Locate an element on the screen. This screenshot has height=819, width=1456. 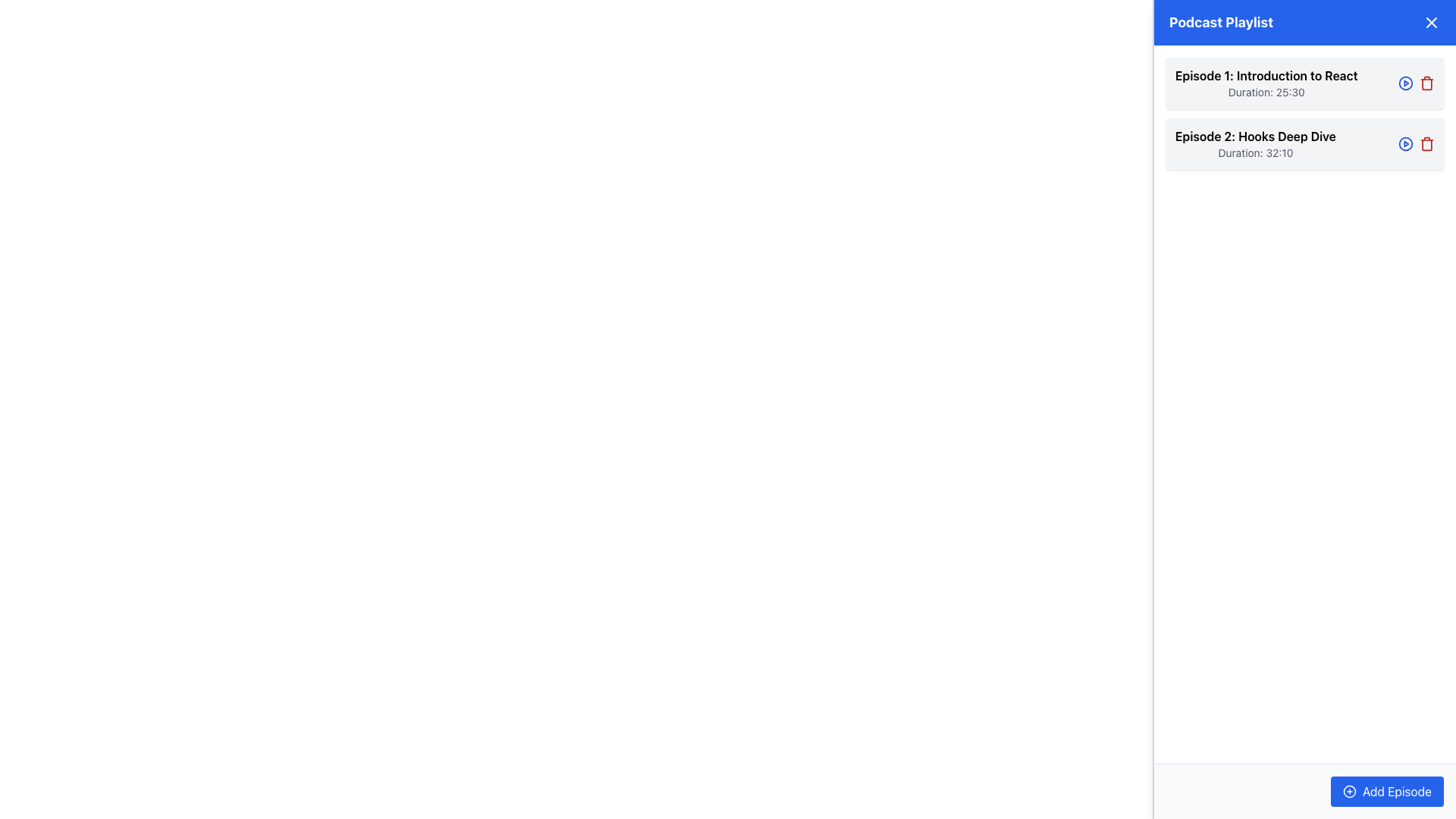
the play button located to the right of the list entry for 'Episode 2: Hooks Deep Dive' in the 'Podcast Playlist' panel to initiate playback of the associated podcast episode is located at coordinates (1404, 143).